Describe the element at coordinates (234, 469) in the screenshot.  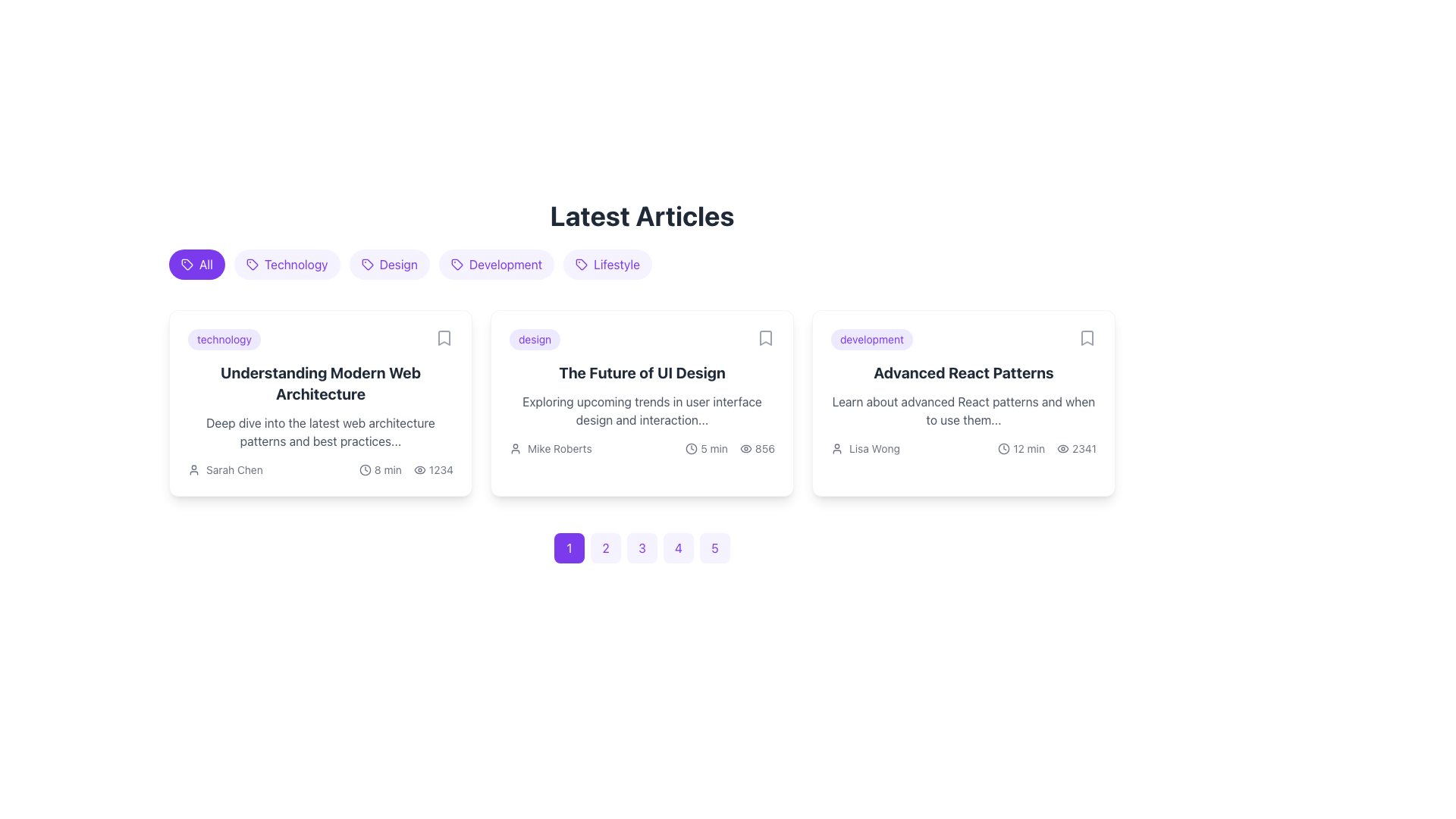
I see `the label identifying the author of the associated article located at the bottom-left part of the first card in a horizontal layout of articles` at that location.